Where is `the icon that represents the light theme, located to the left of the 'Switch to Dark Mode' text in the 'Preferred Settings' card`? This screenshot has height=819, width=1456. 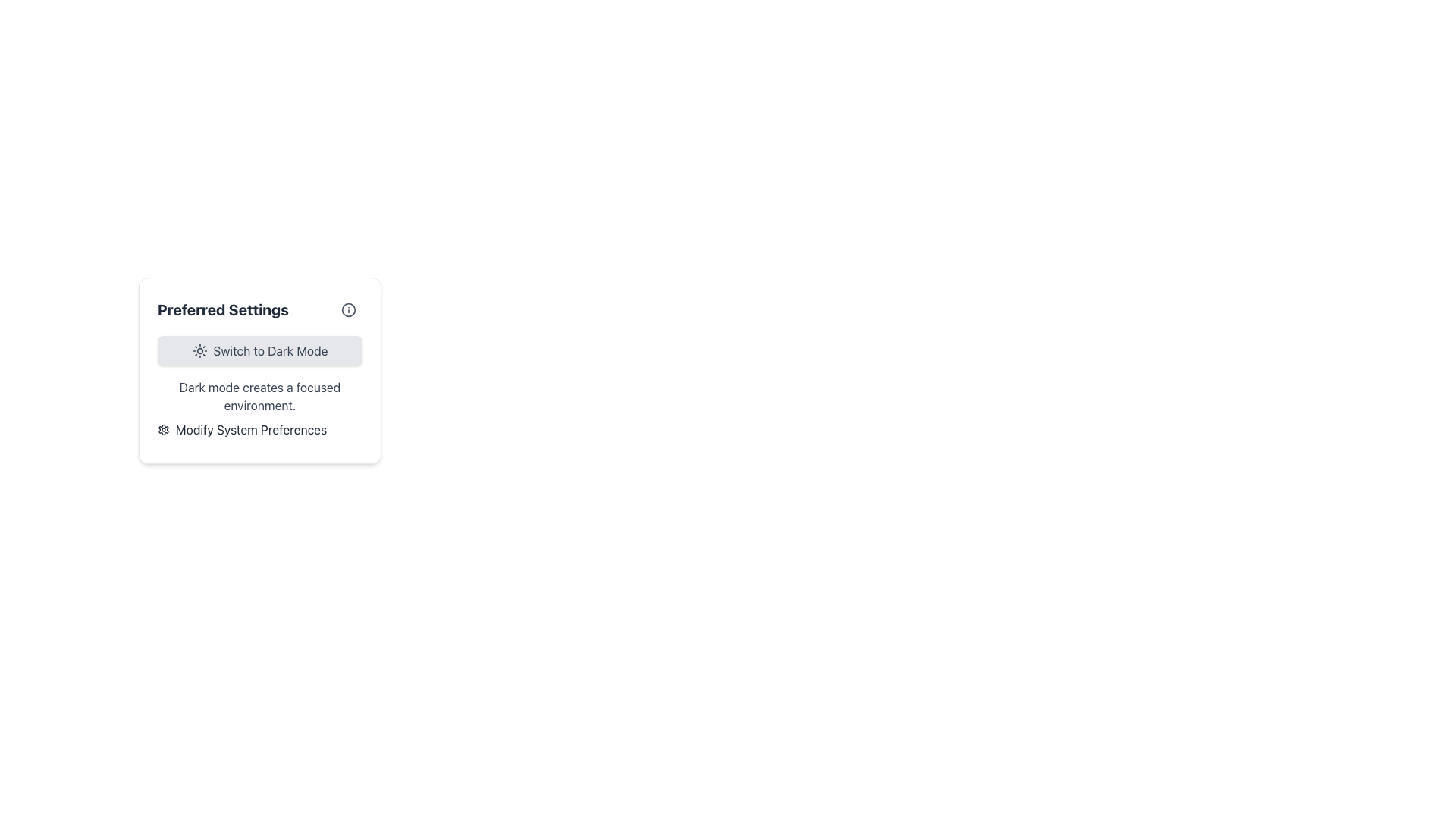
the icon that represents the light theme, located to the left of the 'Switch to Dark Mode' text in the 'Preferred Settings' card is located at coordinates (199, 350).